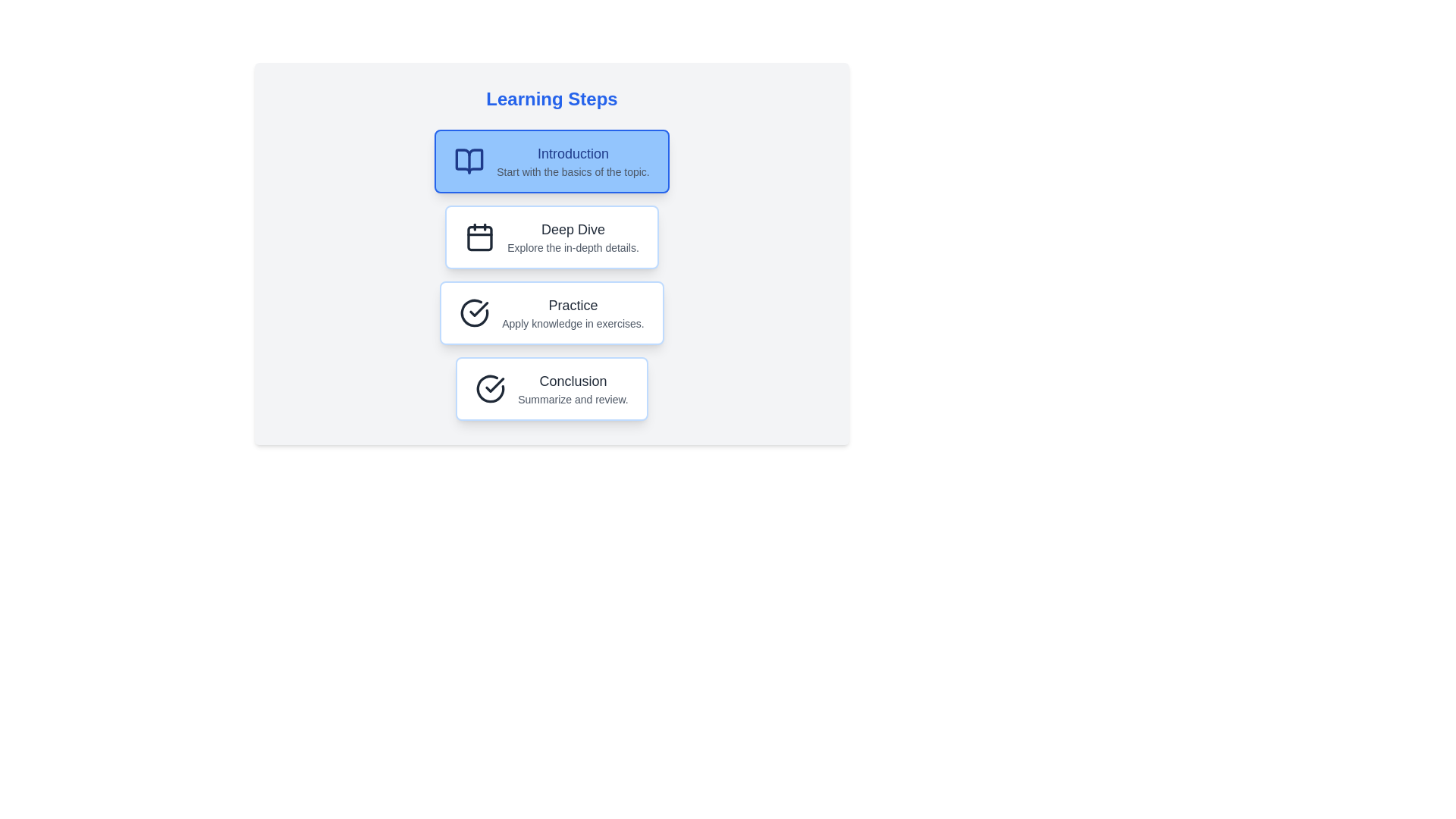  Describe the element at coordinates (572, 323) in the screenshot. I see `the text label displaying 'Apply knowledge in exercises.' which is styled in small and soft gray font, positioned below the 'Practice' heading` at that location.